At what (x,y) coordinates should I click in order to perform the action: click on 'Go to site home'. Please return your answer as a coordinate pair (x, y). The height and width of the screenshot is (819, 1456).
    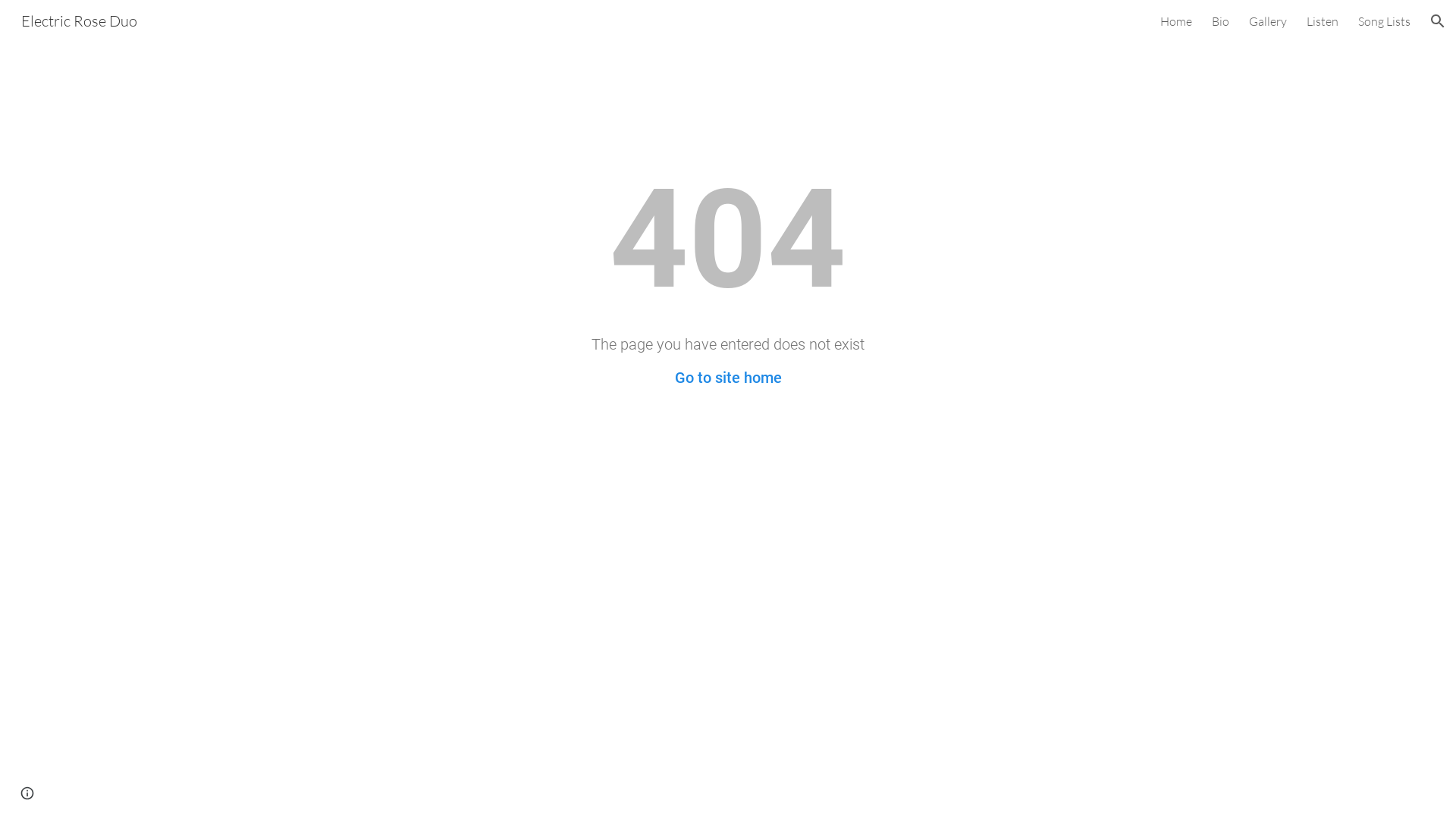
    Looking at the image, I should click on (728, 376).